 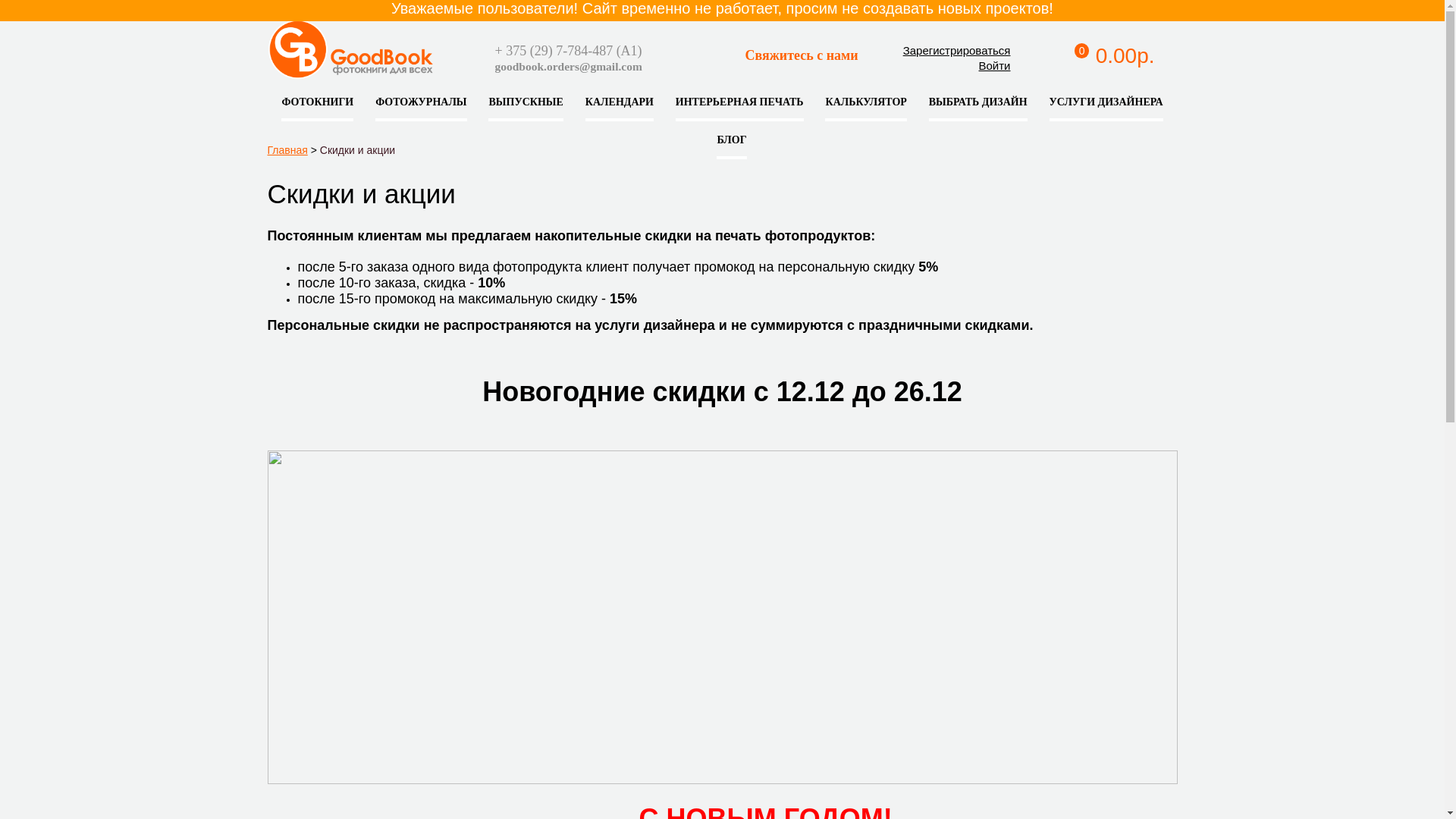 I want to click on 'Good Book Design Studio', so click(x=438, y=61).